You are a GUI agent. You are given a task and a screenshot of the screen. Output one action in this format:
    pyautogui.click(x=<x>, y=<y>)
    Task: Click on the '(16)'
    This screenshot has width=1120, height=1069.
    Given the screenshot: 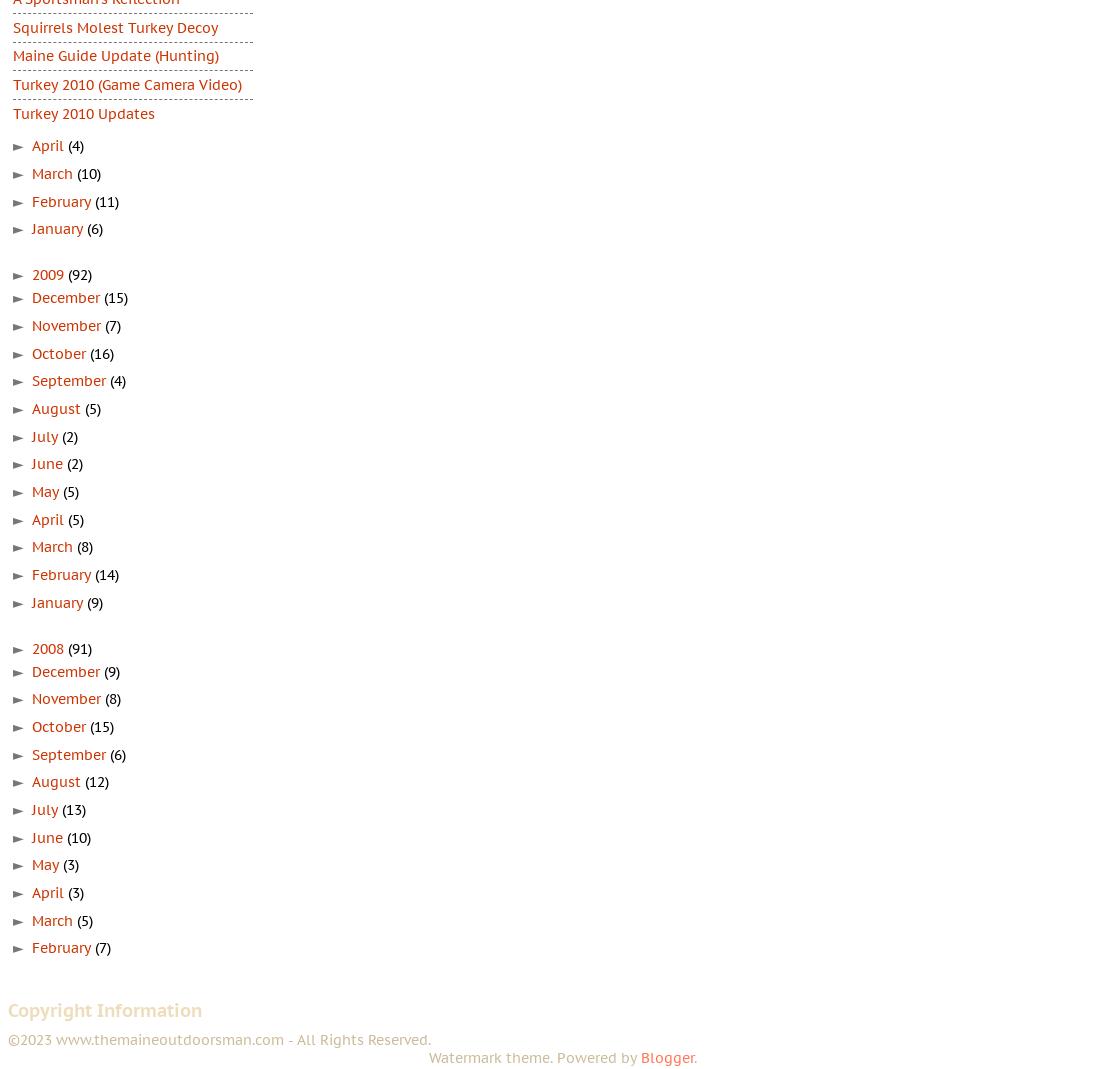 What is the action you would take?
    pyautogui.click(x=102, y=352)
    